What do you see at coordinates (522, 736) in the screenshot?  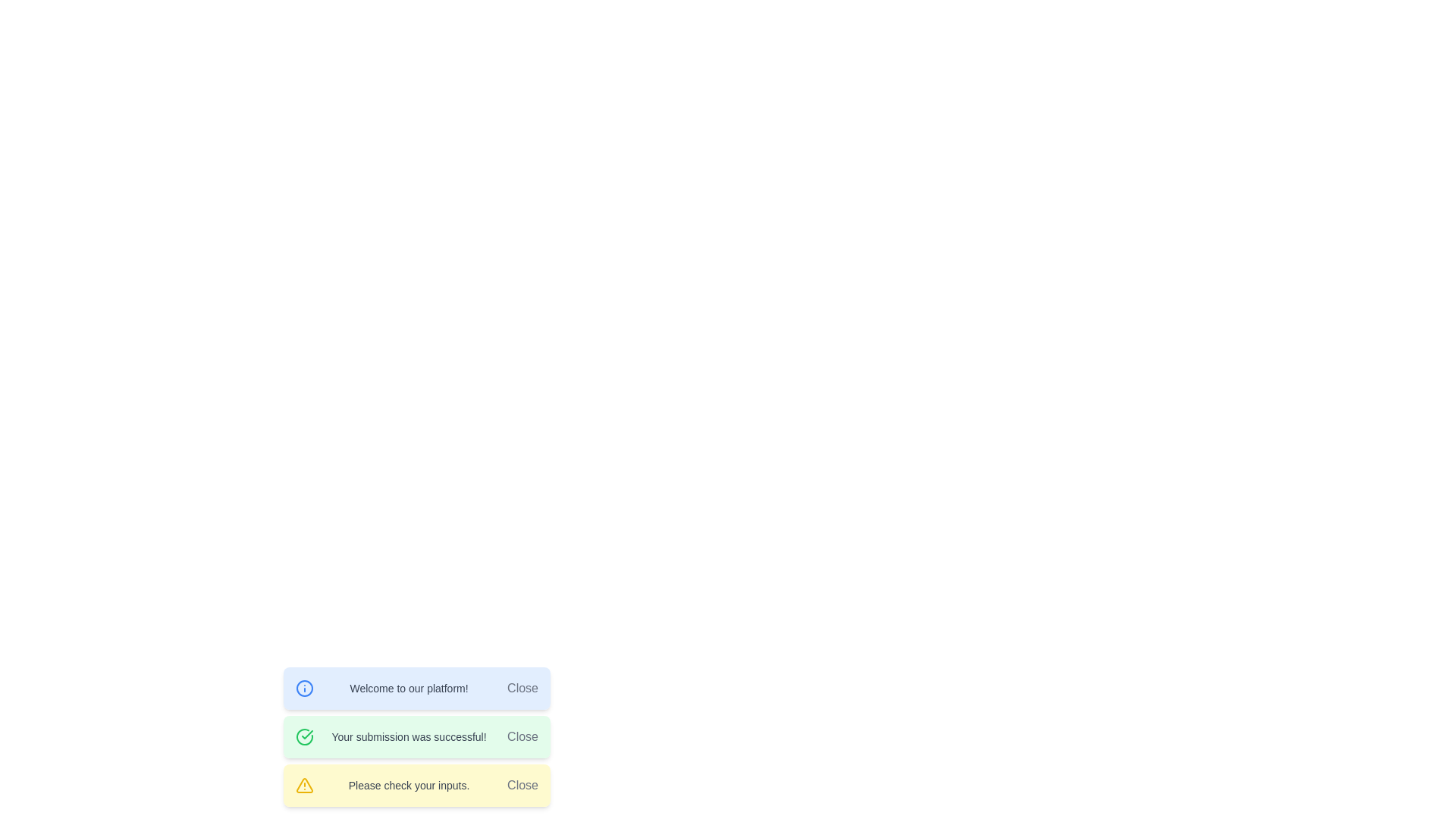 I see `the 'Close' button, which is styled in gray and positioned to the far right of the green notification bar` at bounding box center [522, 736].